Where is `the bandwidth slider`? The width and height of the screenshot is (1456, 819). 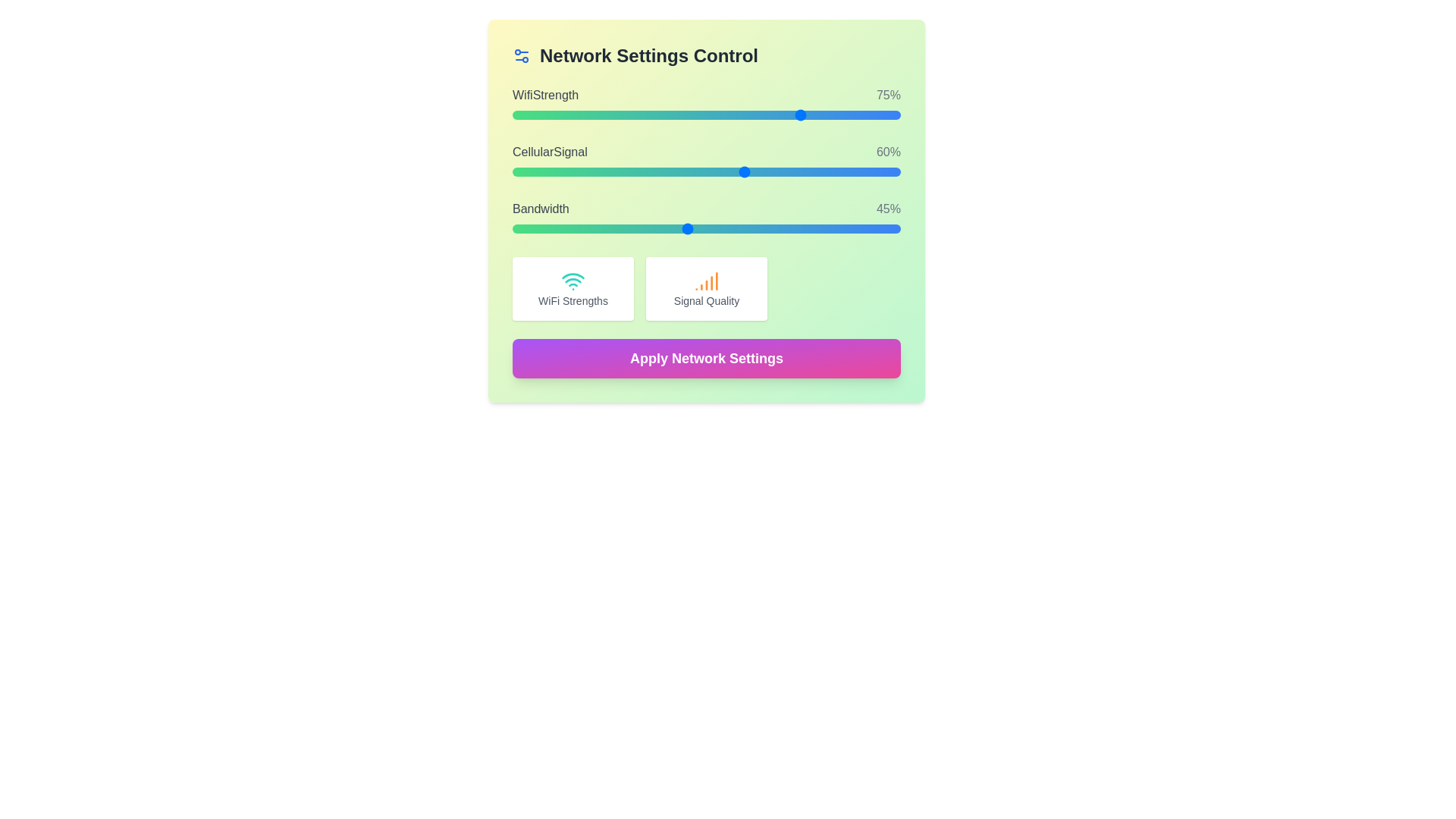
the bandwidth slider is located at coordinates (764, 228).